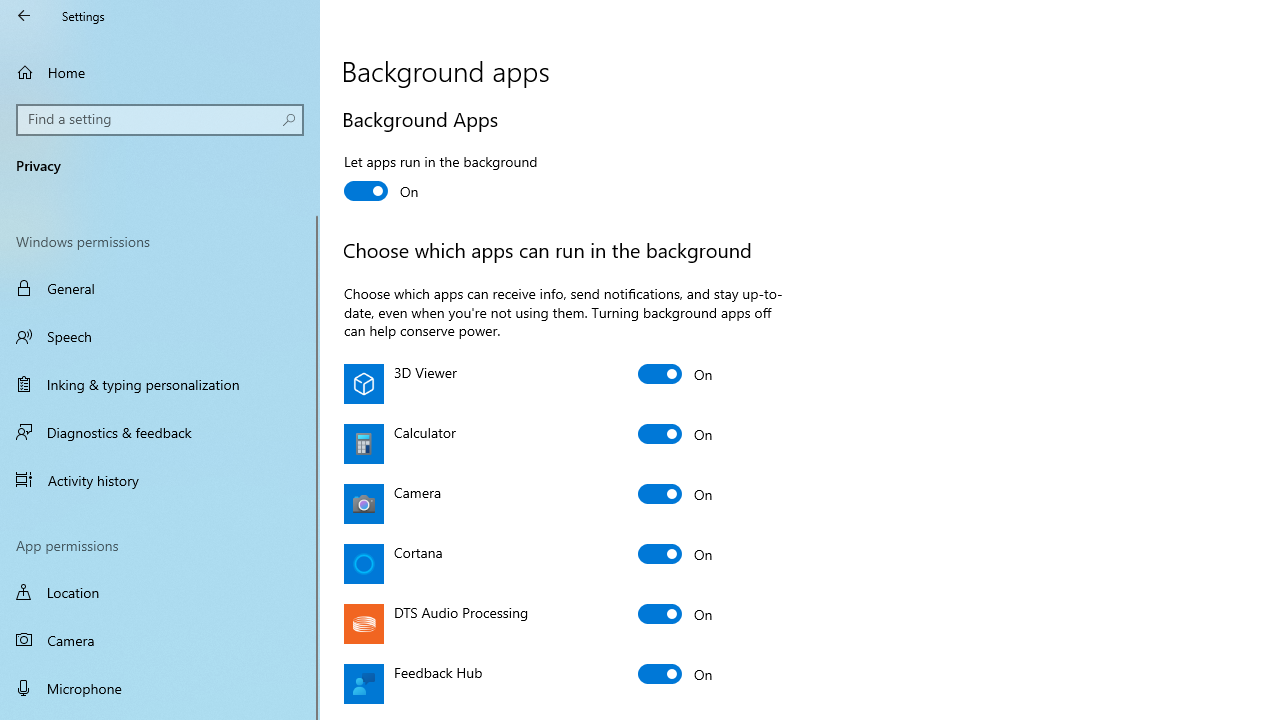  What do you see at coordinates (160, 288) in the screenshot?
I see `'General'` at bounding box center [160, 288].